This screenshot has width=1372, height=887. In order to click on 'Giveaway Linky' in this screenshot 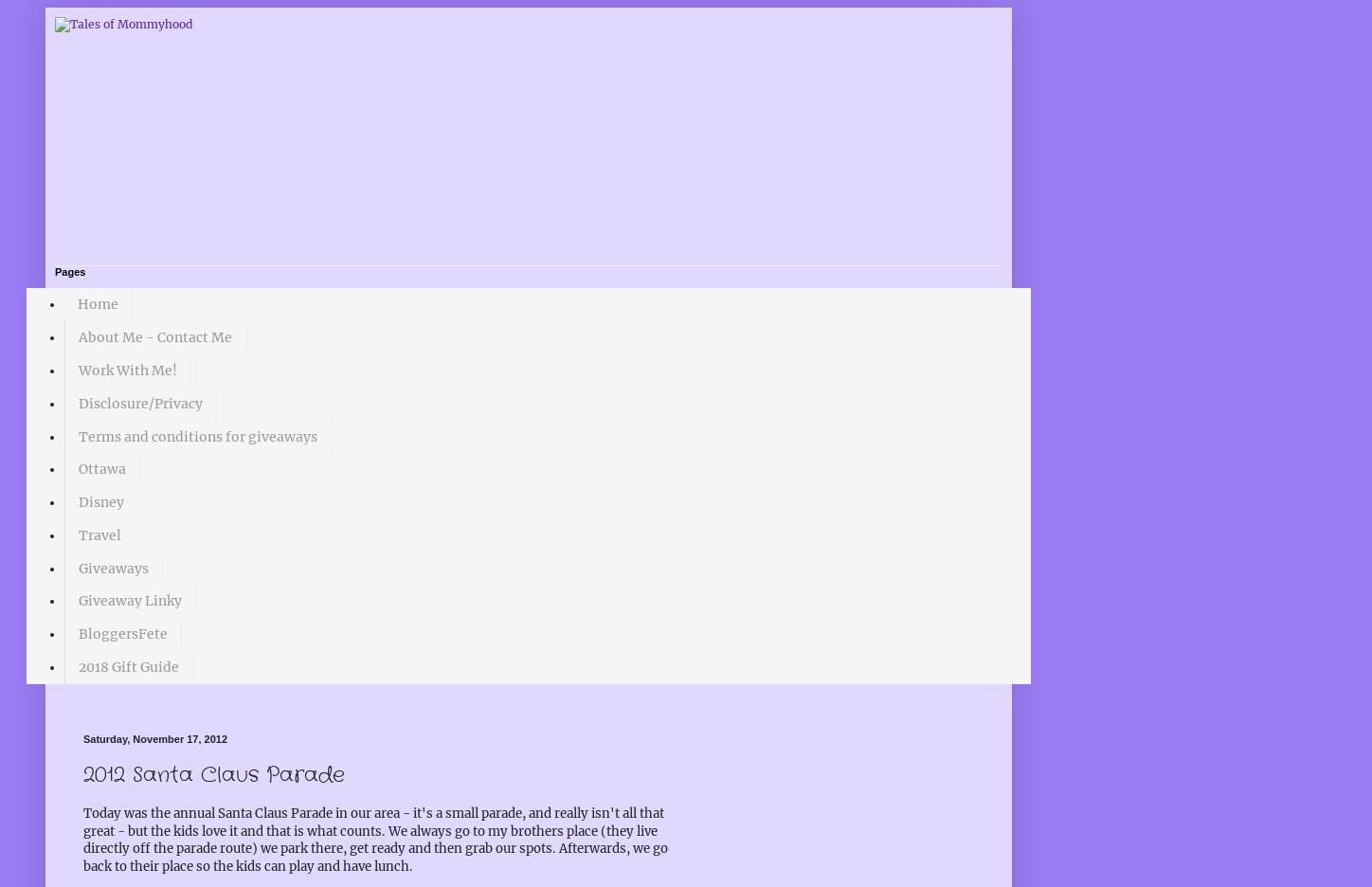, I will do `click(129, 600)`.